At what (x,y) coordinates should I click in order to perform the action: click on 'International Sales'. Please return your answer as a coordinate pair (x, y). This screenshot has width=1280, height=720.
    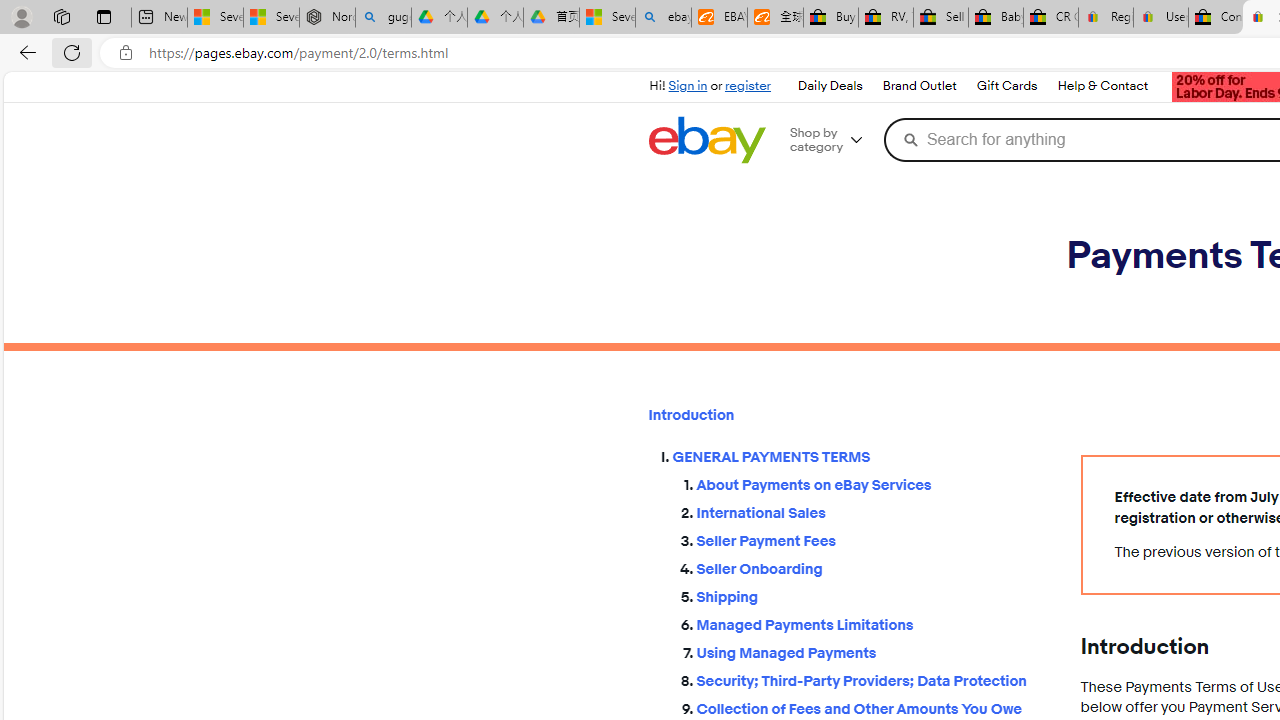
    Looking at the image, I should click on (872, 512).